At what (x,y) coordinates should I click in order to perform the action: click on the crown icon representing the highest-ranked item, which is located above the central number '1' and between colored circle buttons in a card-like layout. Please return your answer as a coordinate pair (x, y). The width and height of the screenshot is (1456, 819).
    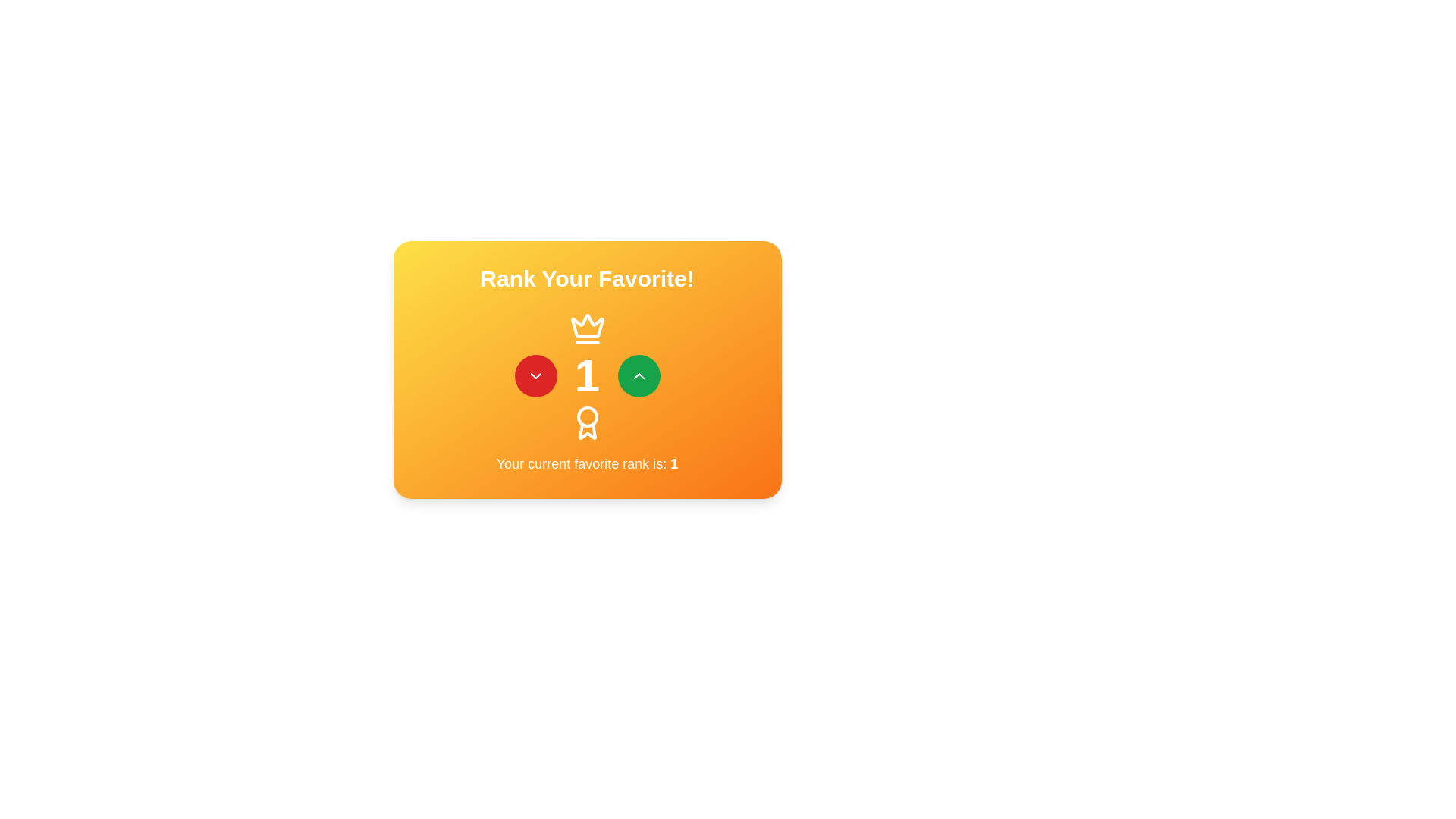
    Looking at the image, I should click on (586, 328).